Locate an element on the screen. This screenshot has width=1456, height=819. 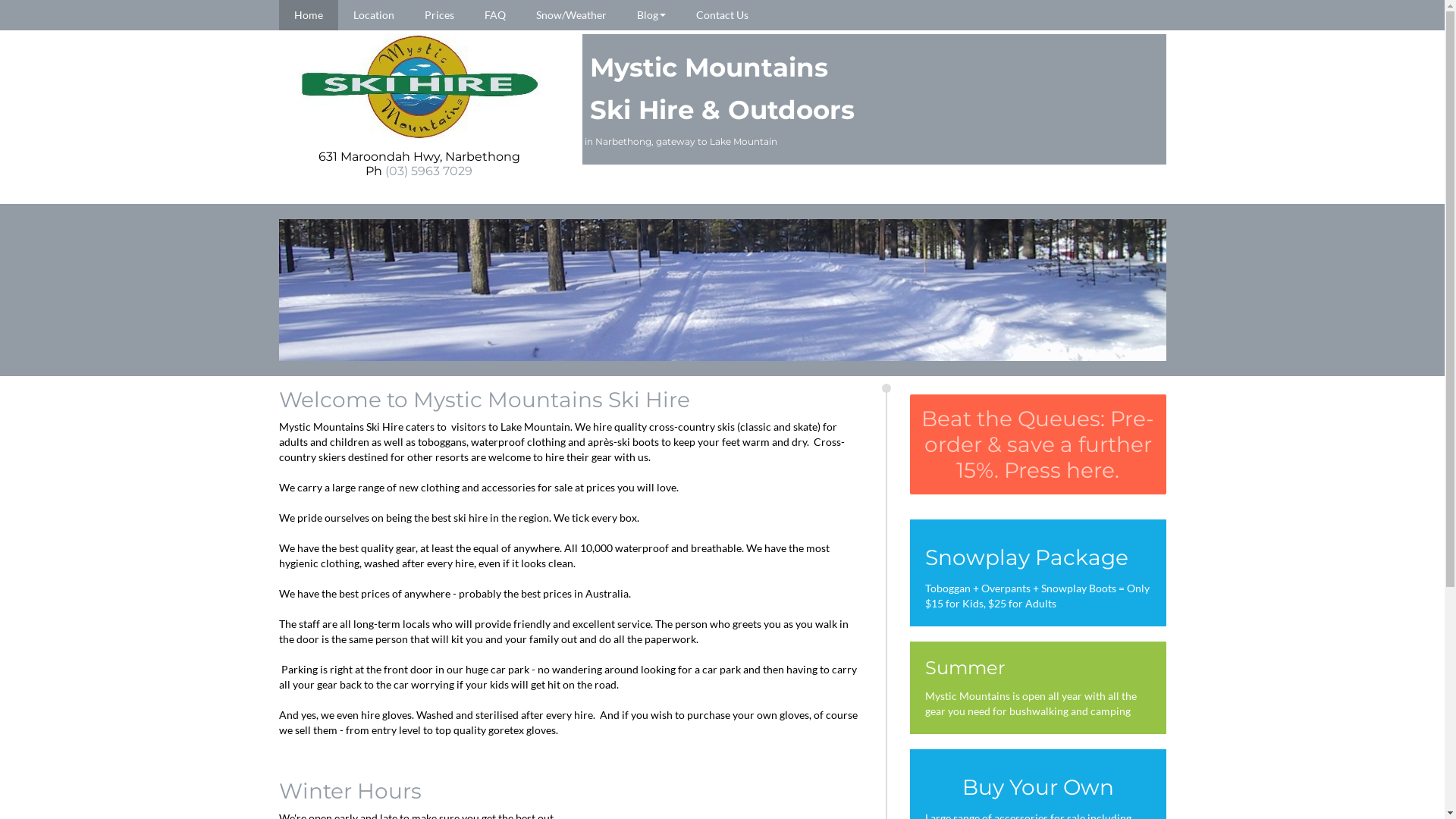
'(03) 5963 7029' is located at coordinates (428, 171).